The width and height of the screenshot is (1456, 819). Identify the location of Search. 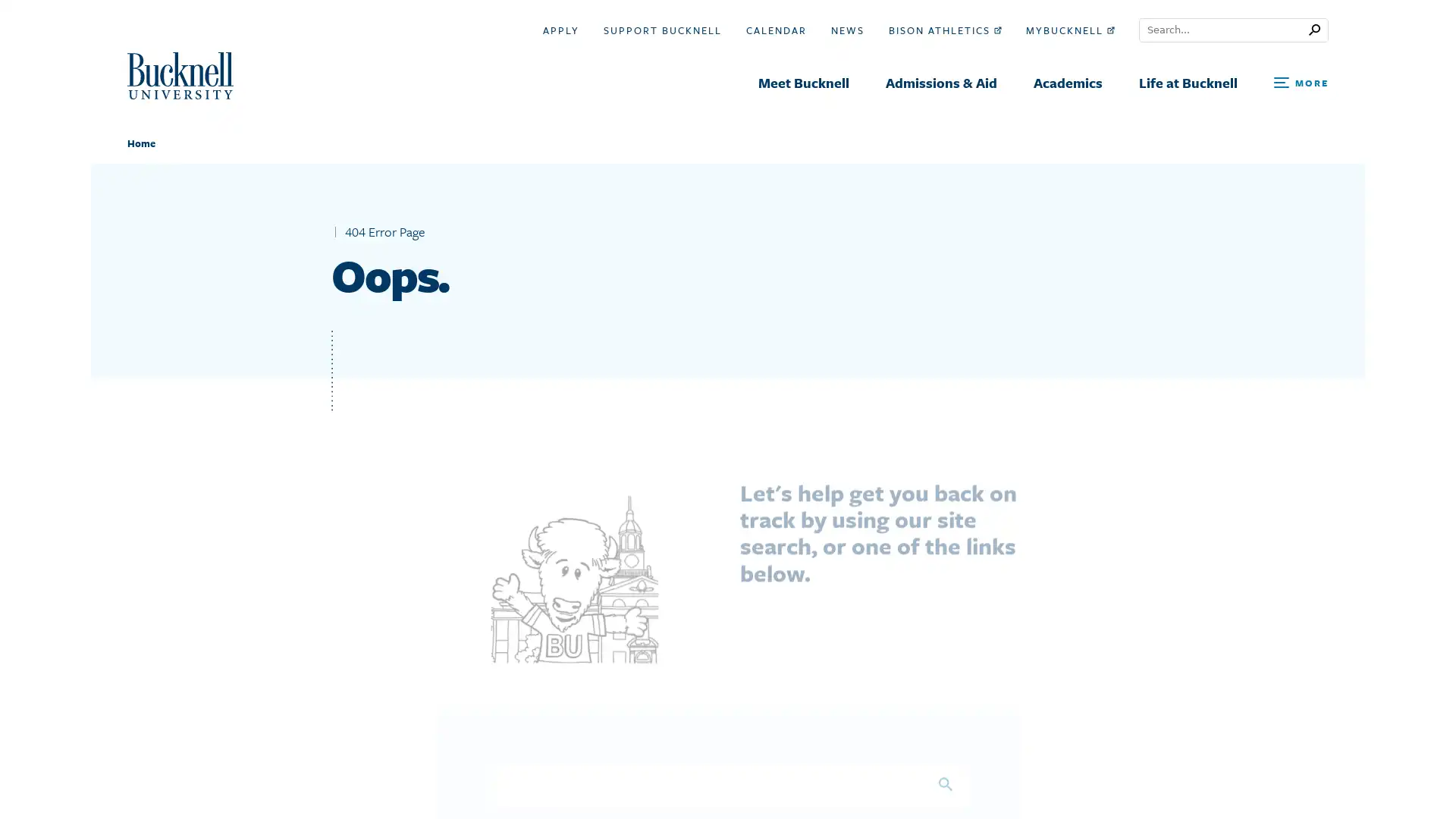
(945, 797).